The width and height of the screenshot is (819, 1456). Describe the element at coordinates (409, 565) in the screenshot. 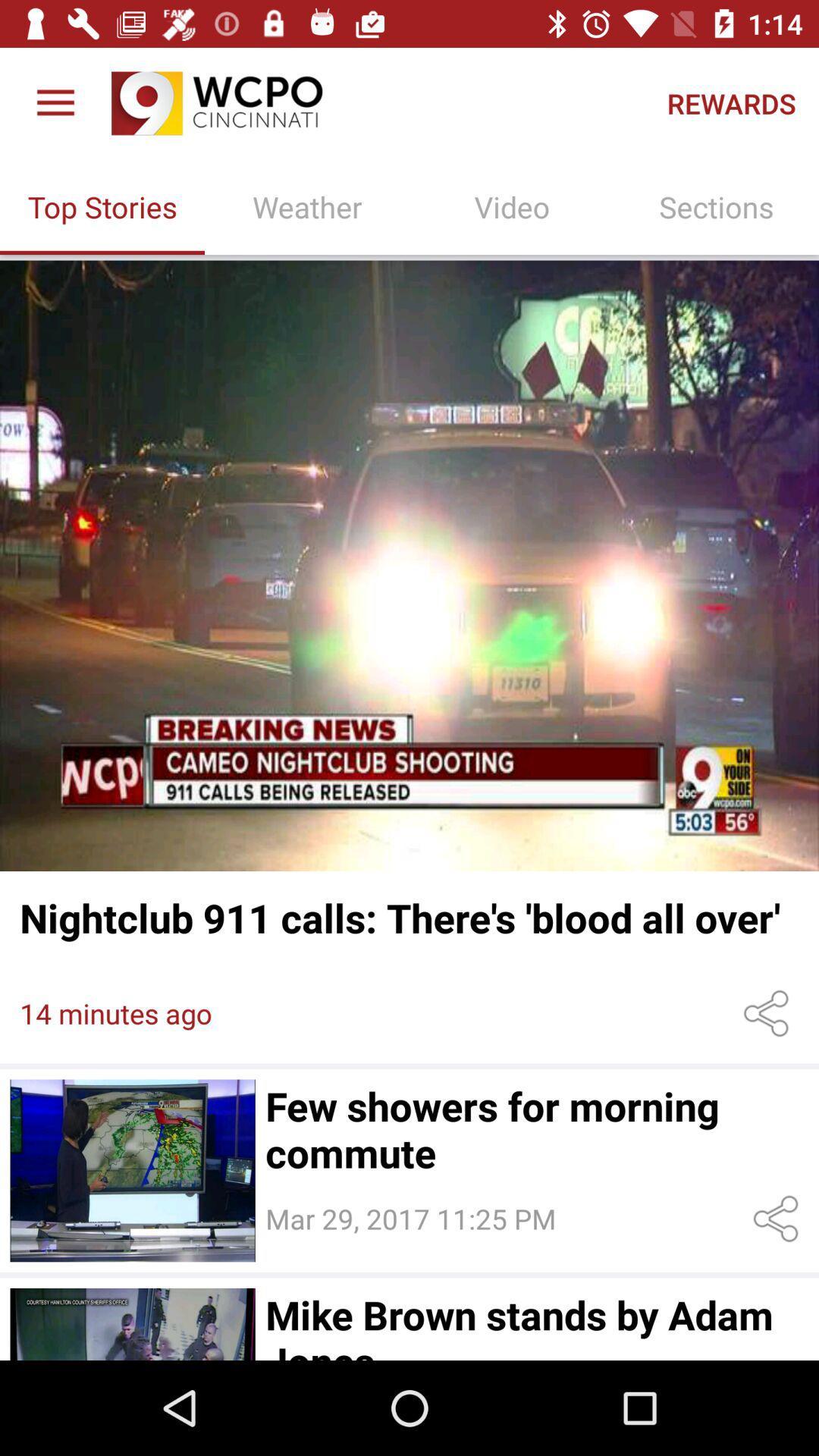

I see `read story` at that location.